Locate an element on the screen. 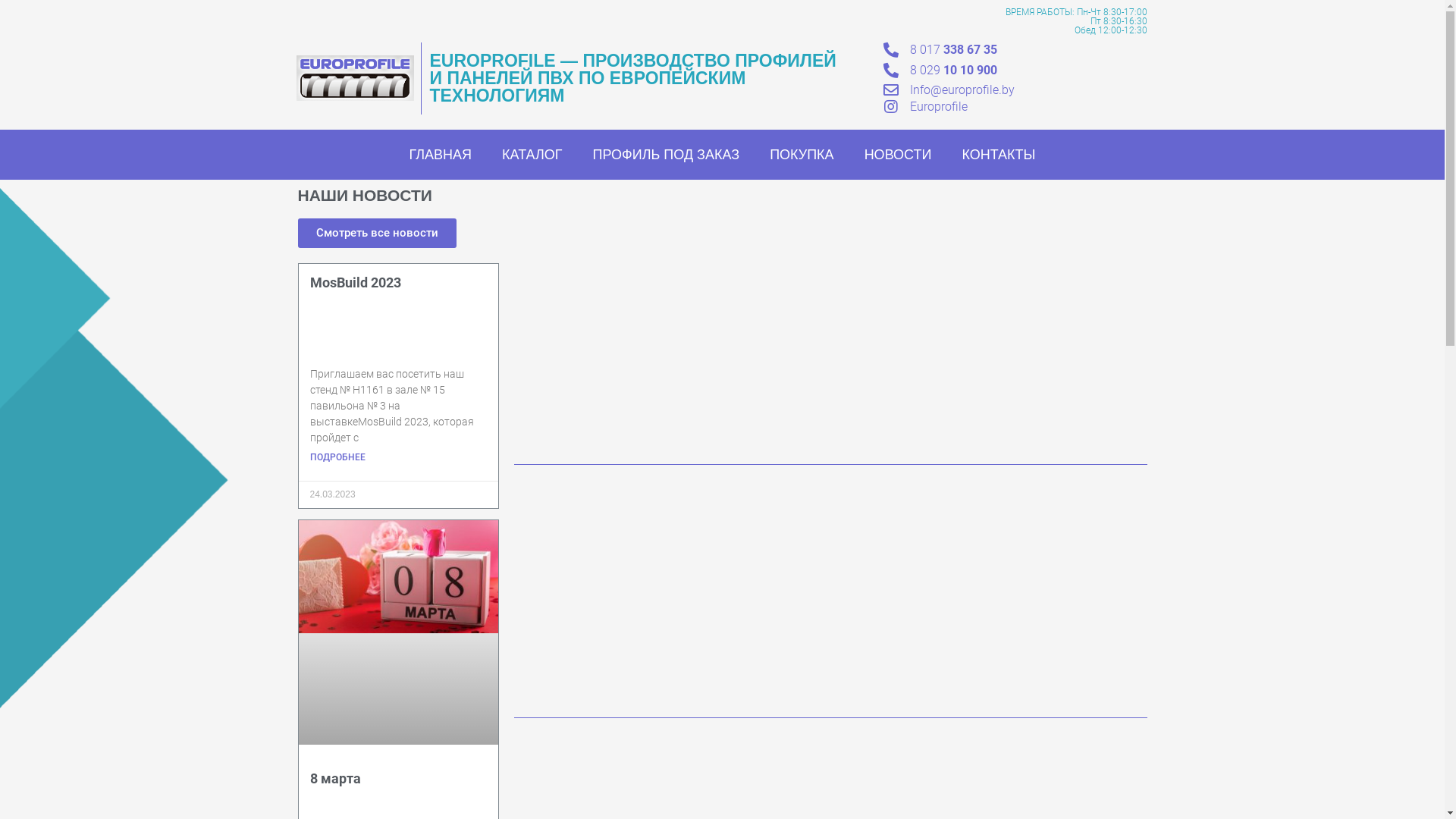  '8 017 338 67 35' is located at coordinates (952, 49).